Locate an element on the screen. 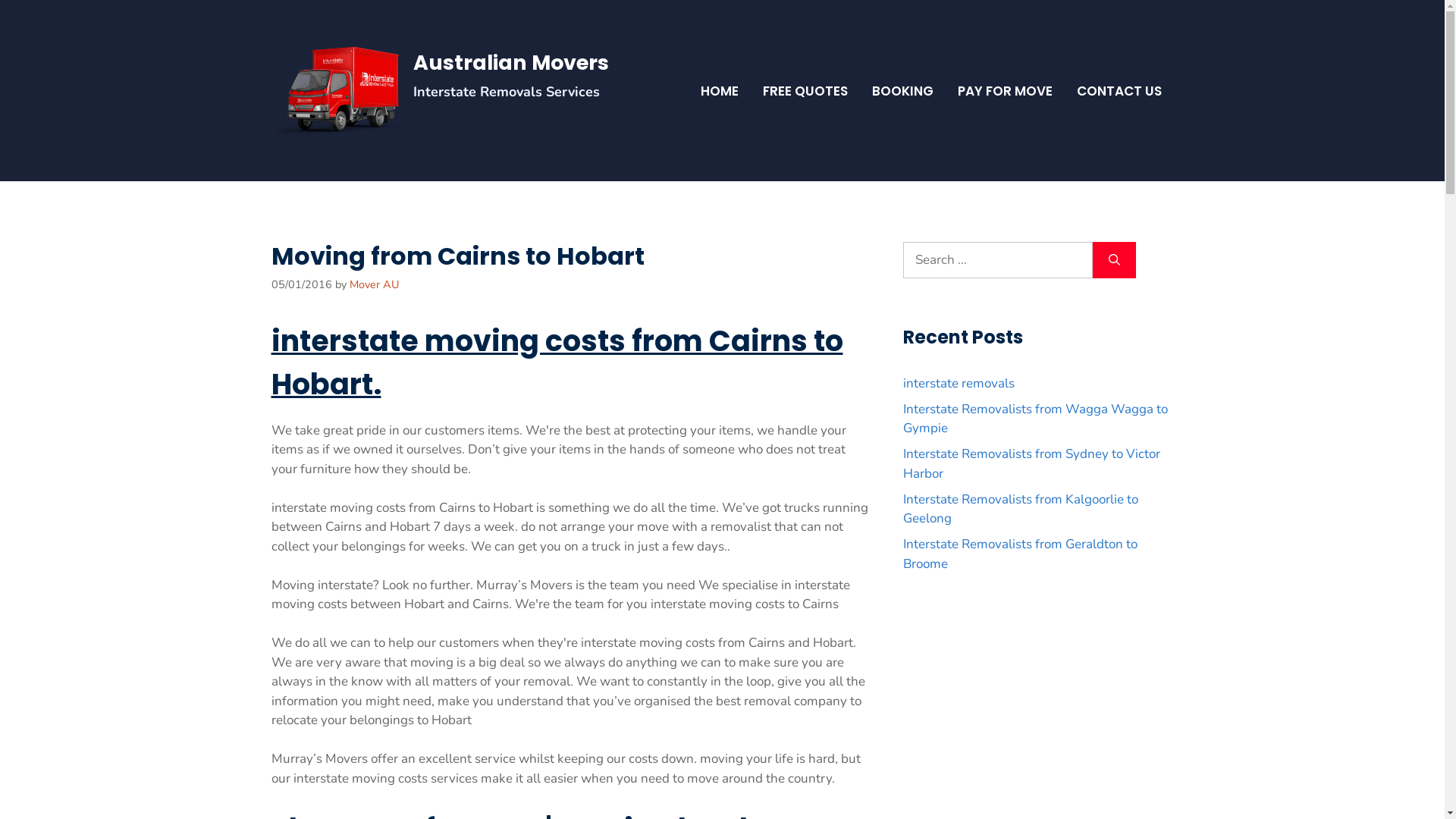 This screenshot has width=1456, height=819. 'CONTACT US' is located at coordinates (1119, 90).